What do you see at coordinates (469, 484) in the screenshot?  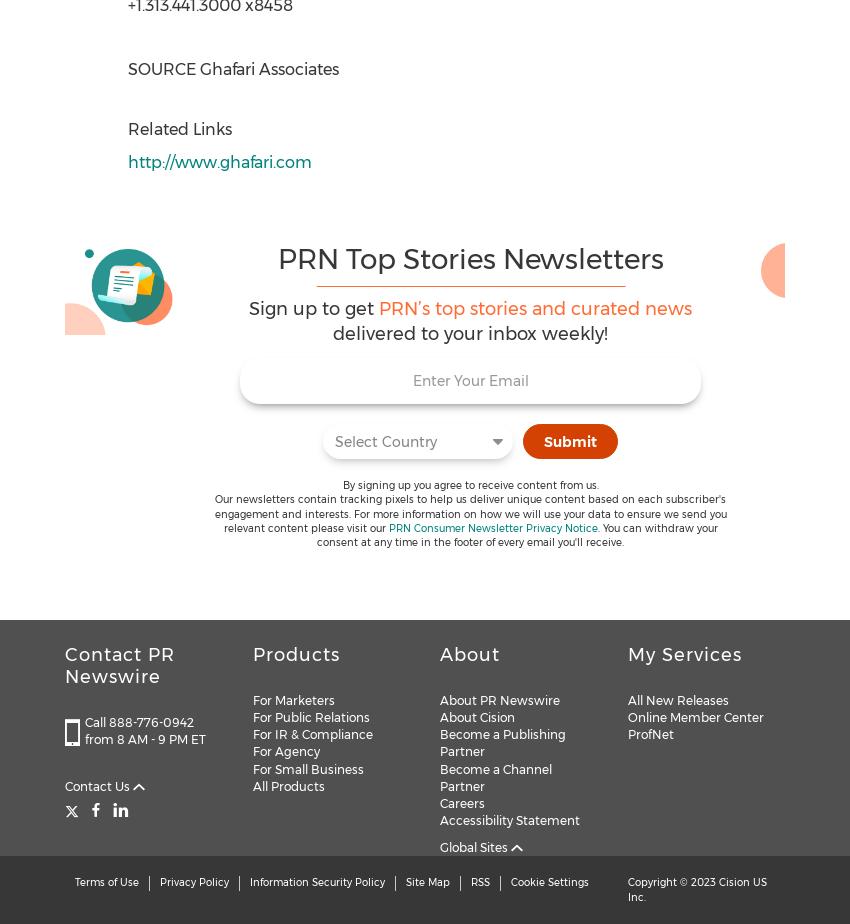 I see `'By signing up you agree to receive content from us.'` at bounding box center [469, 484].